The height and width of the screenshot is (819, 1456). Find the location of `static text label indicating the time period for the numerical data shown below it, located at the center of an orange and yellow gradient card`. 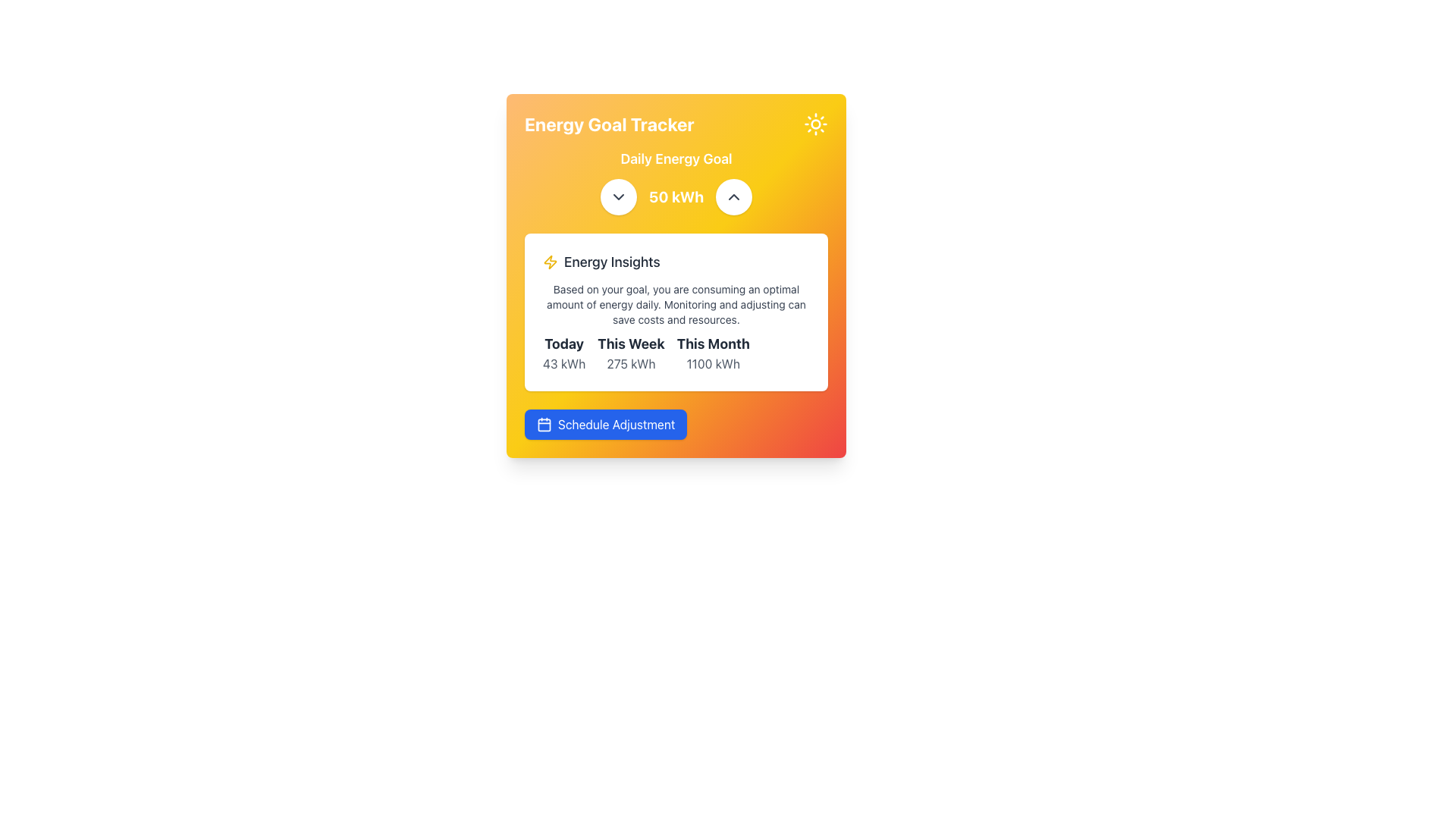

static text label indicating the time period for the numerical data shown below it, located at the center of an orange and yellow gradient card is located at coordinates (631, 344).